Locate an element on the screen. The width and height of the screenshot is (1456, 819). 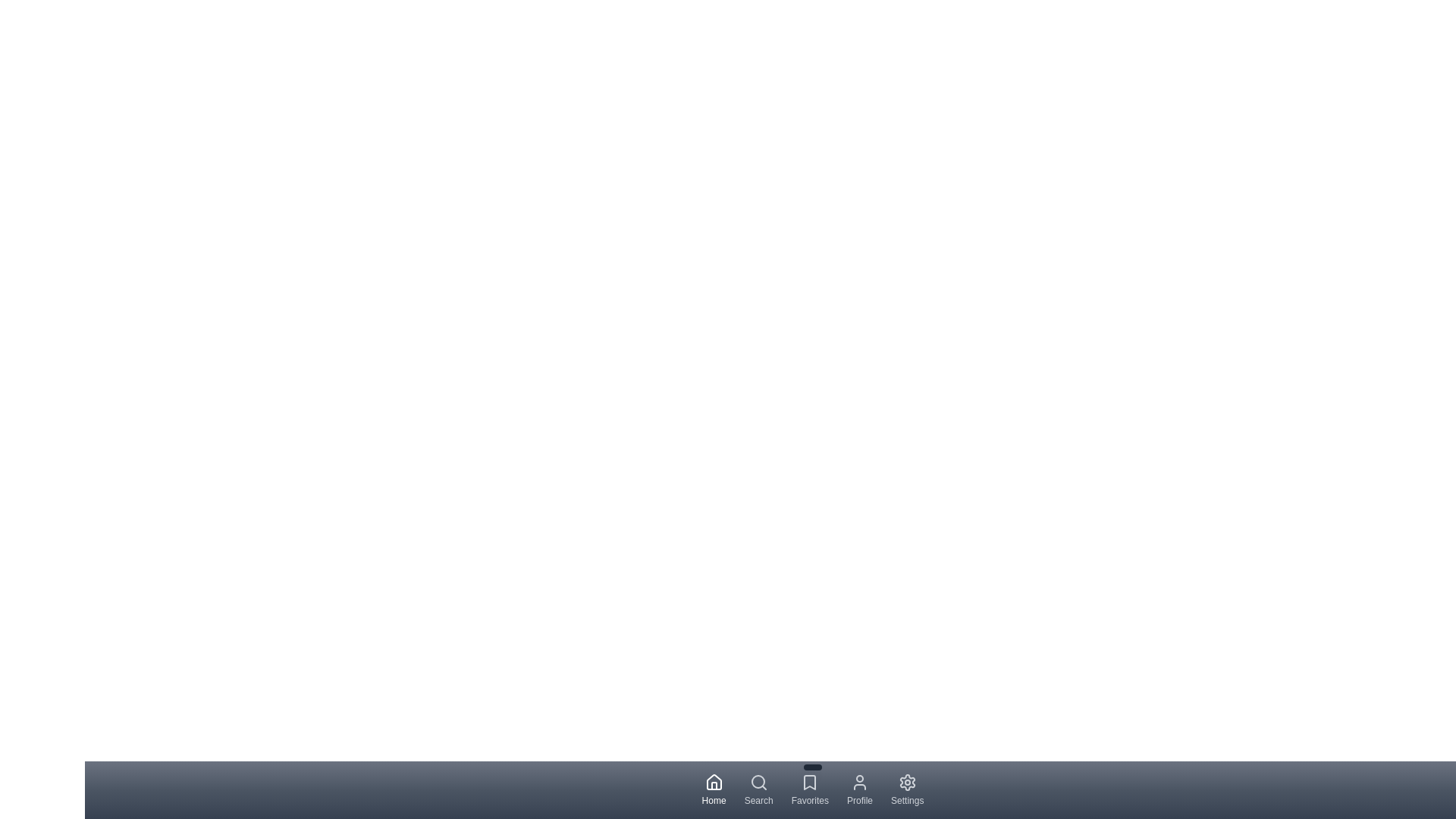
the navigation tab labeled Home to display its tooltip is located at coordinates (713, 789).